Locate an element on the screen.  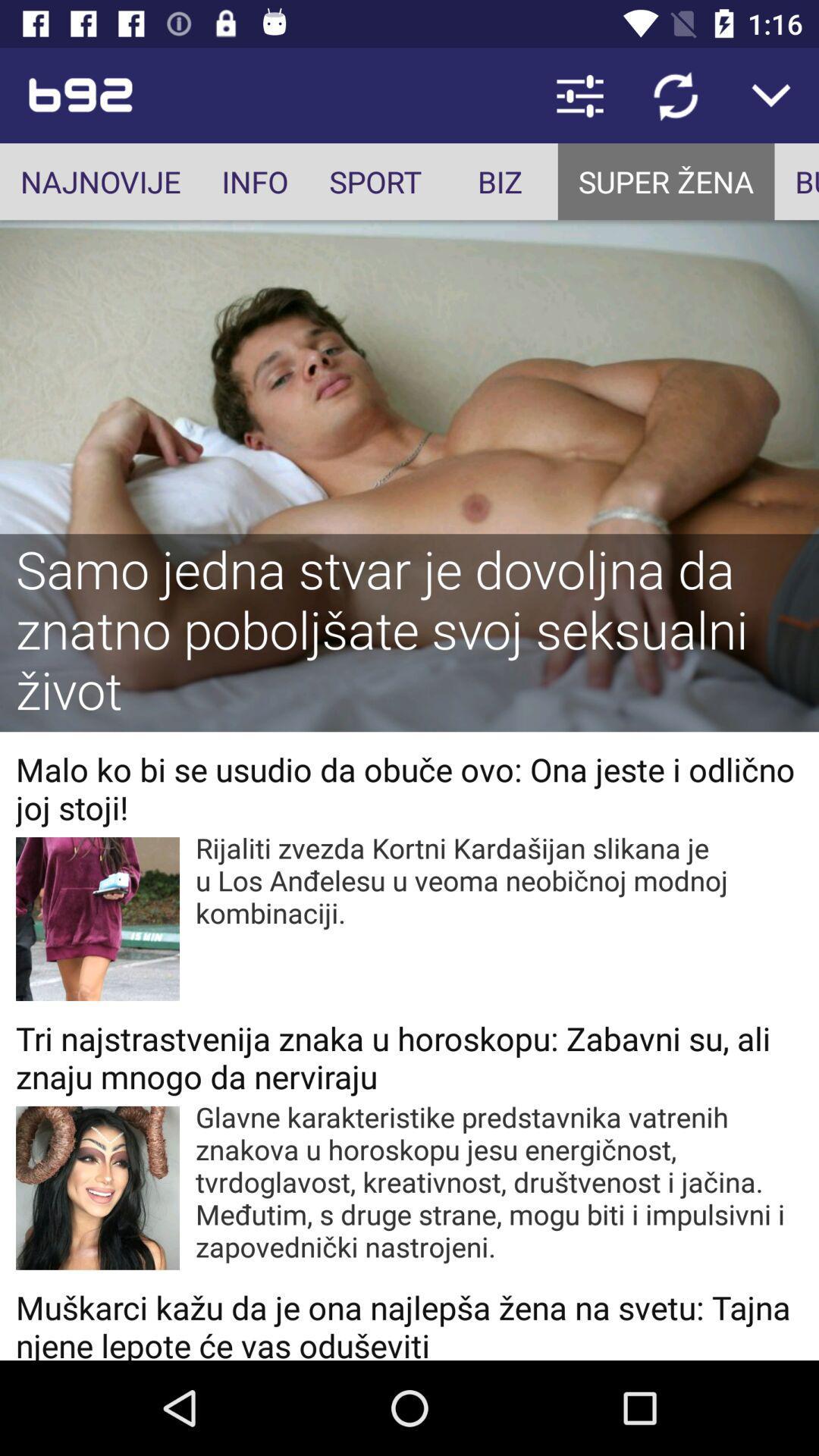
tri najstrastvenija znaka item is located at coordinates (409, 1056).